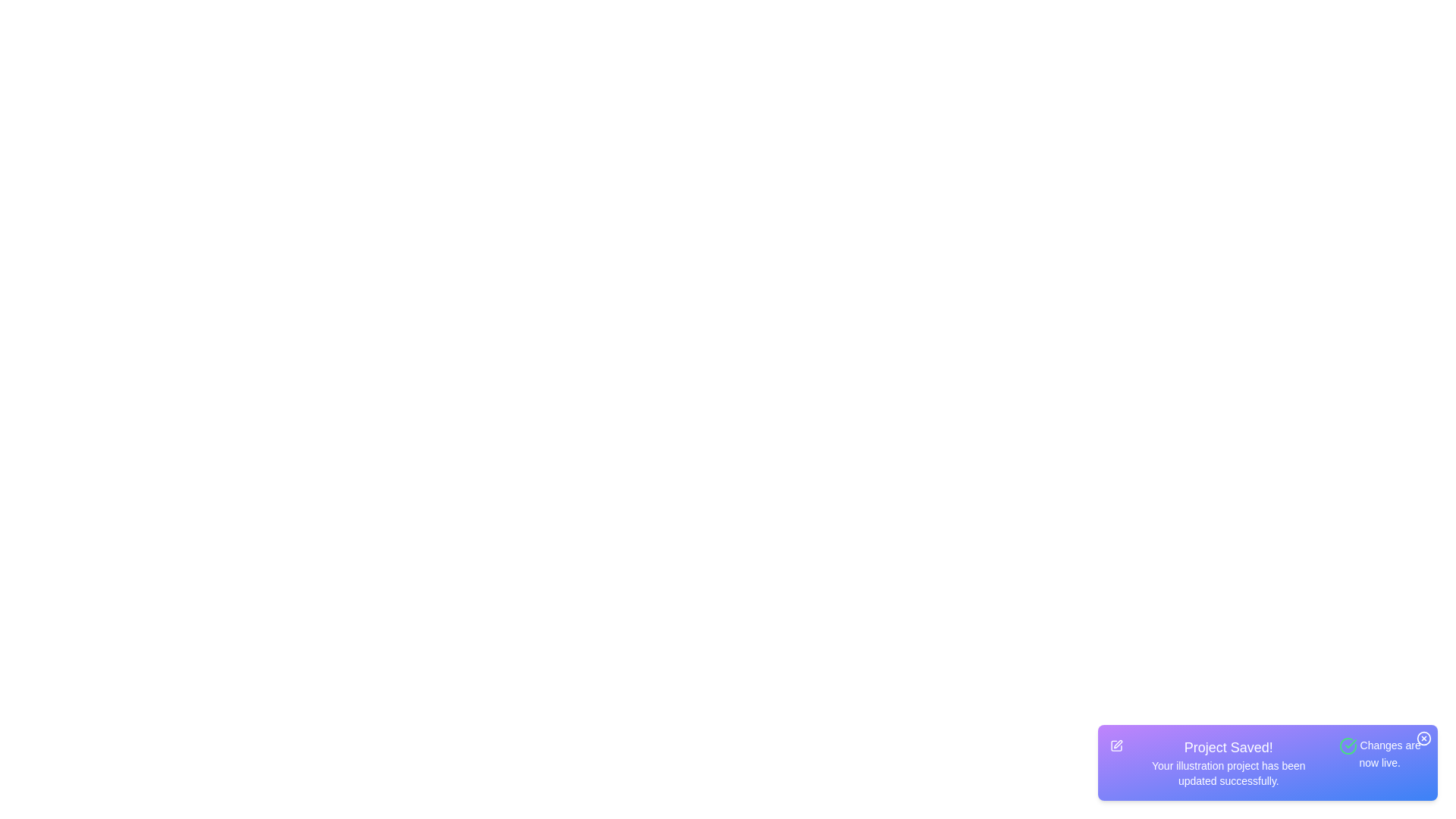 Image resolution: width=1456 pixels, height=819 pixels. Describe the element at coordinates (1228, 763) in the screenshot. I see `the text in the snackbar to interact with it` at that location.